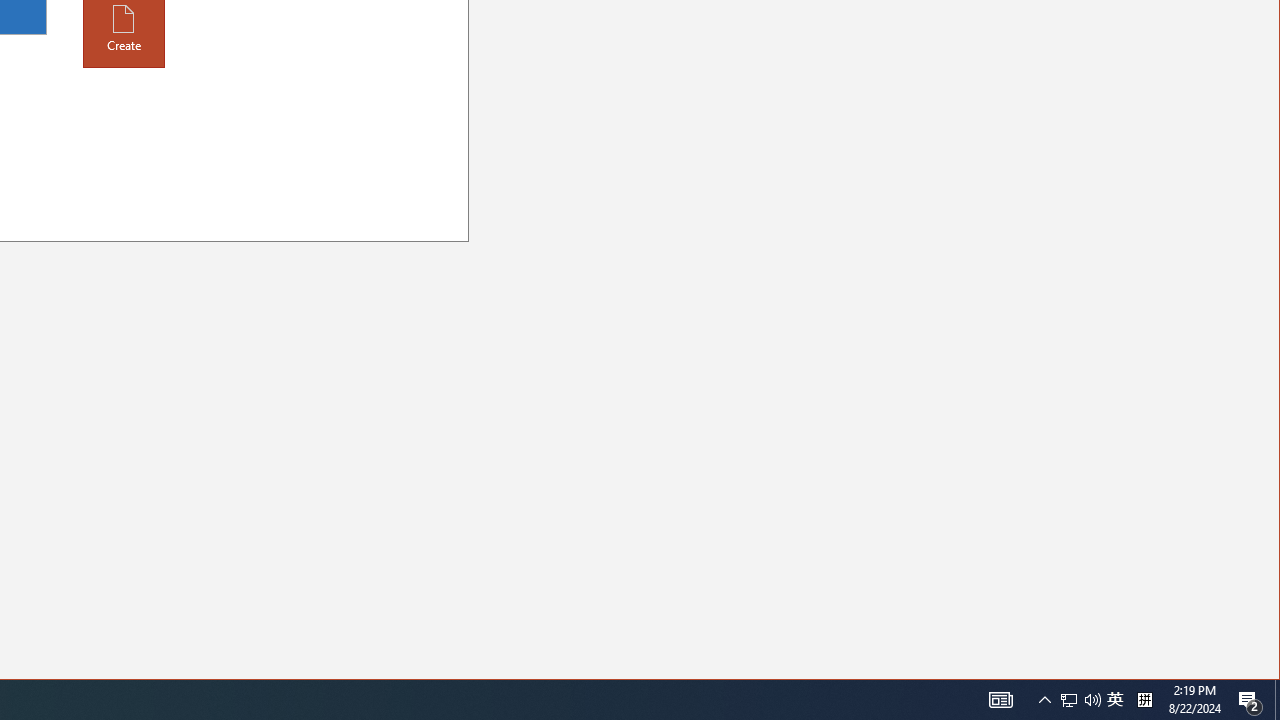  What do you see at coordinates (1250, 698) in the screenshot?
I see `'Action Center, 2 new notifications'` at bounding box center [1250, 698].